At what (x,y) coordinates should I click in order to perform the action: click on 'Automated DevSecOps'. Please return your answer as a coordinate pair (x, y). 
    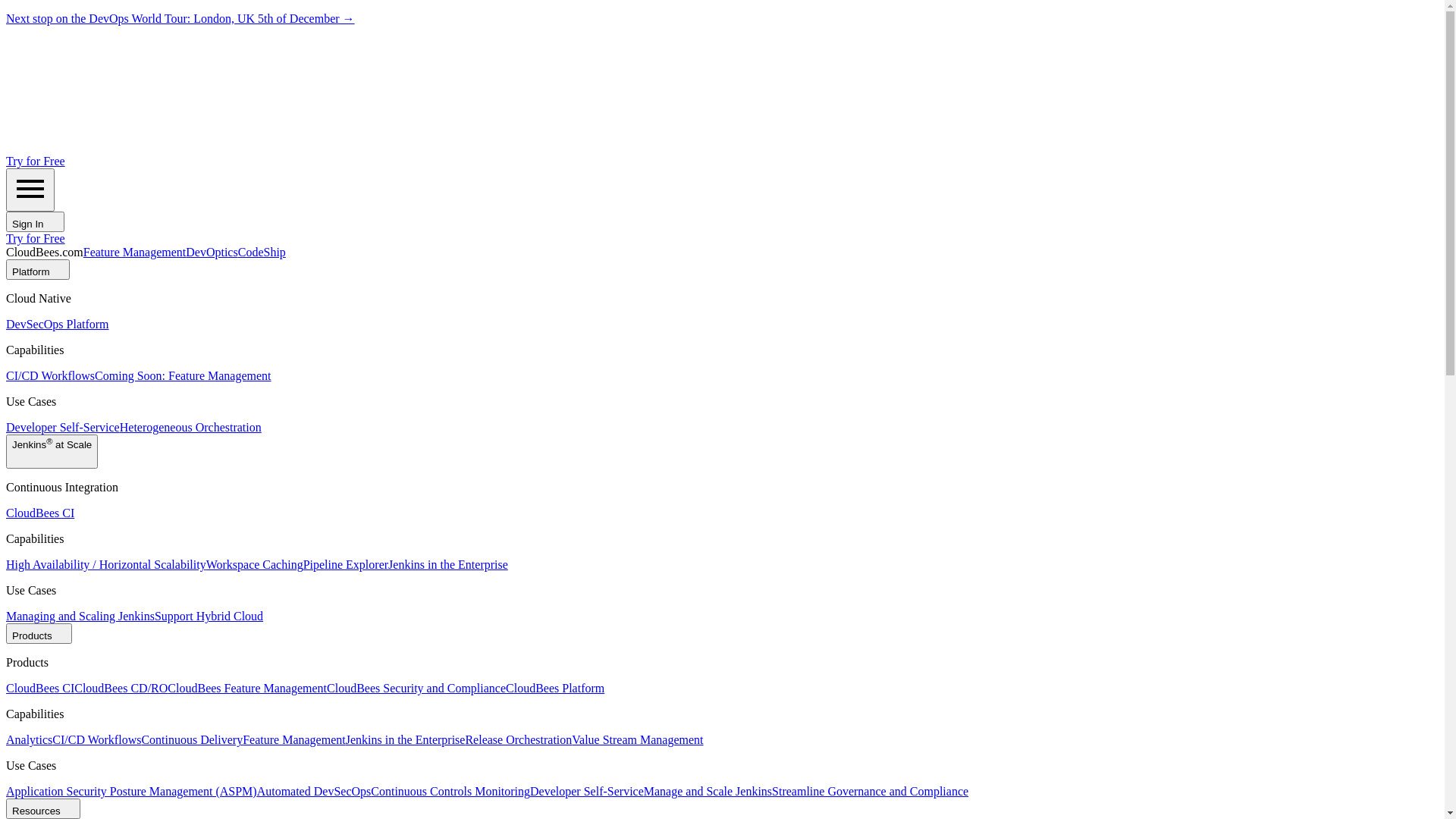
    Looking at the image, I should click on (257, 790).